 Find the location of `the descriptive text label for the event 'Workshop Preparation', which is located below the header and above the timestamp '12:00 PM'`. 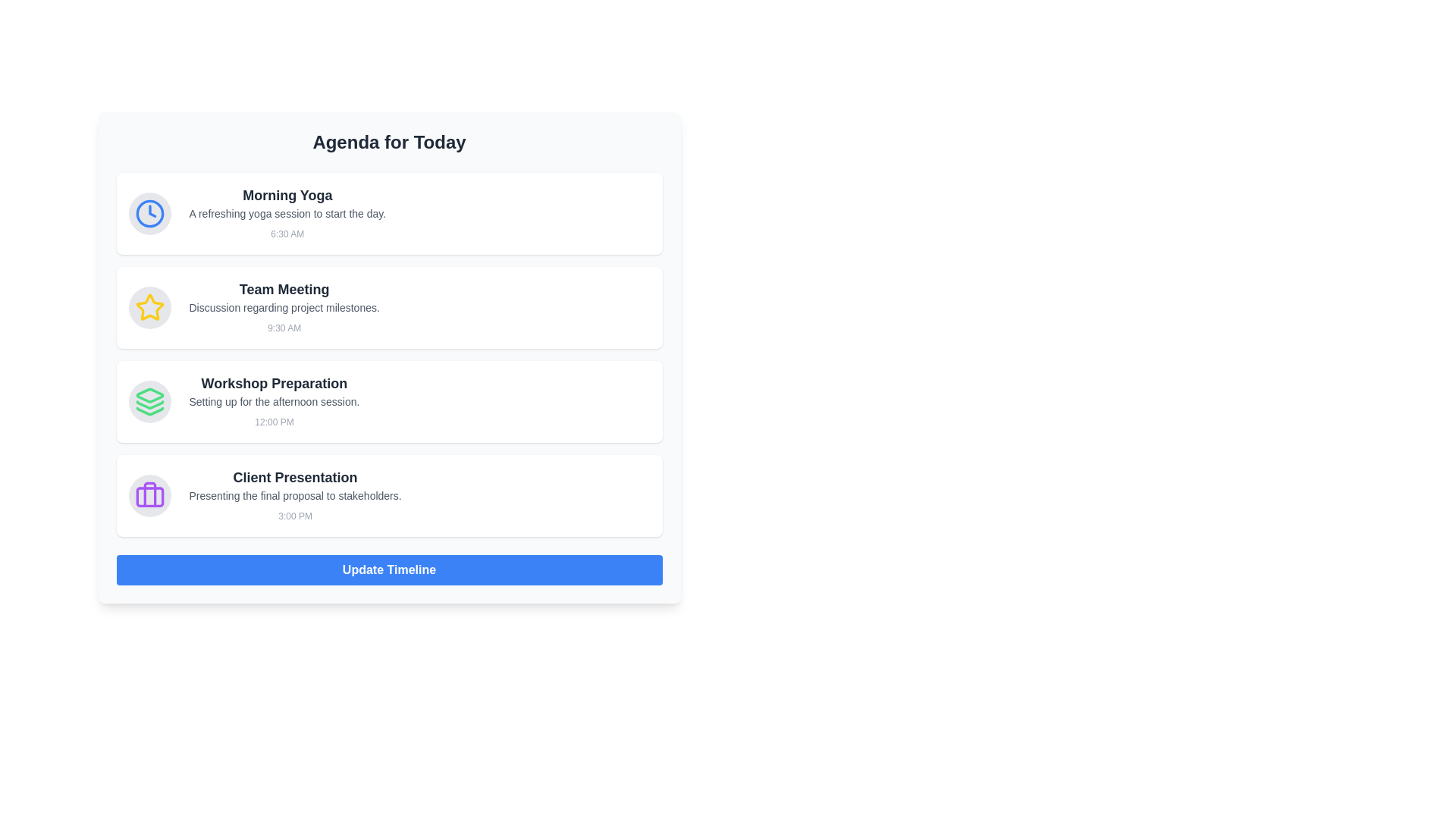

the descriptive text label for the event 'Workshop Preparation', which is located below the header and above the timestamp '12:00 PM' is located at coordinates (274, 400).